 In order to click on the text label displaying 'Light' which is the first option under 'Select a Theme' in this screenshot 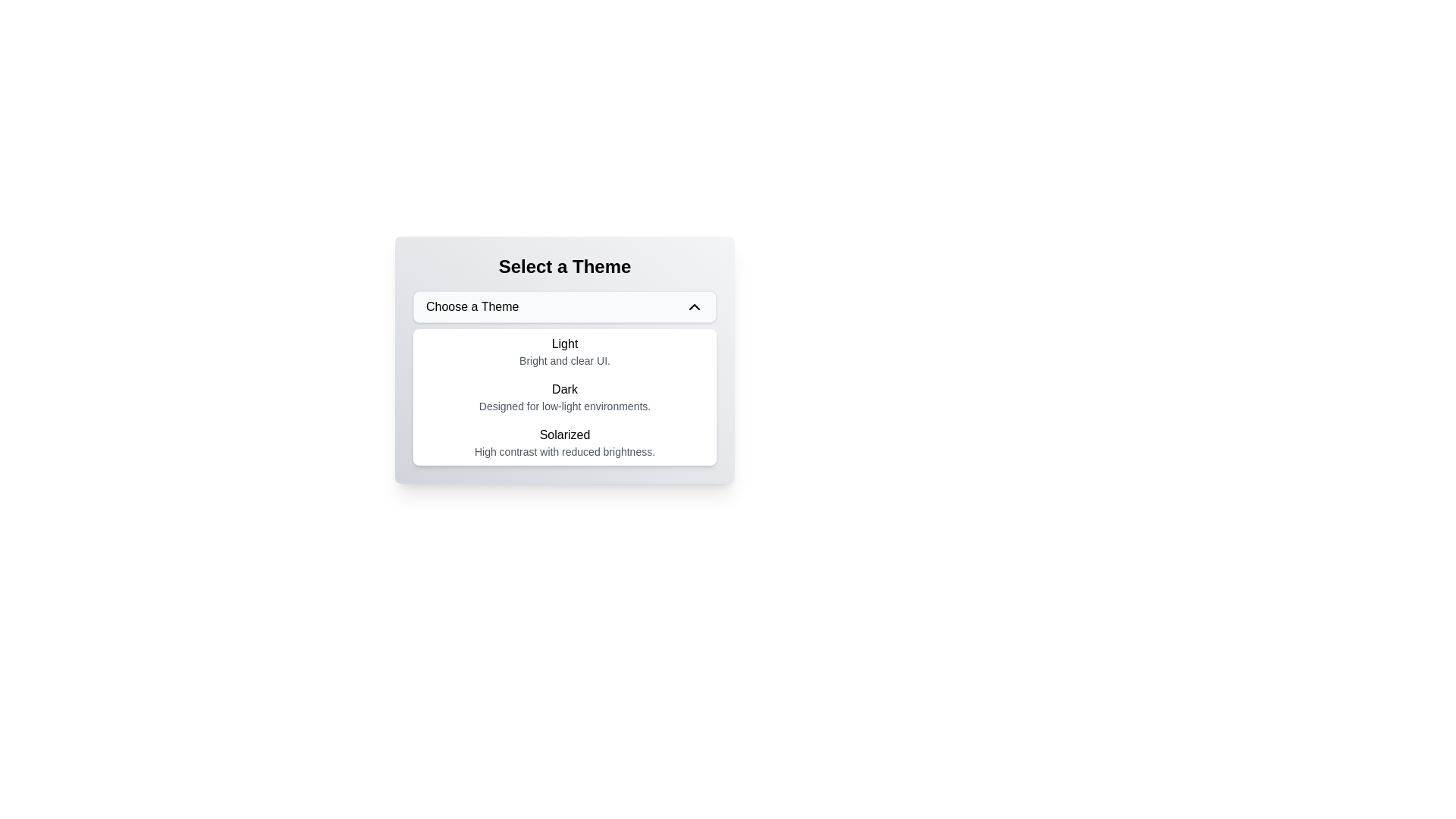, I will do `click(563, 344)`.